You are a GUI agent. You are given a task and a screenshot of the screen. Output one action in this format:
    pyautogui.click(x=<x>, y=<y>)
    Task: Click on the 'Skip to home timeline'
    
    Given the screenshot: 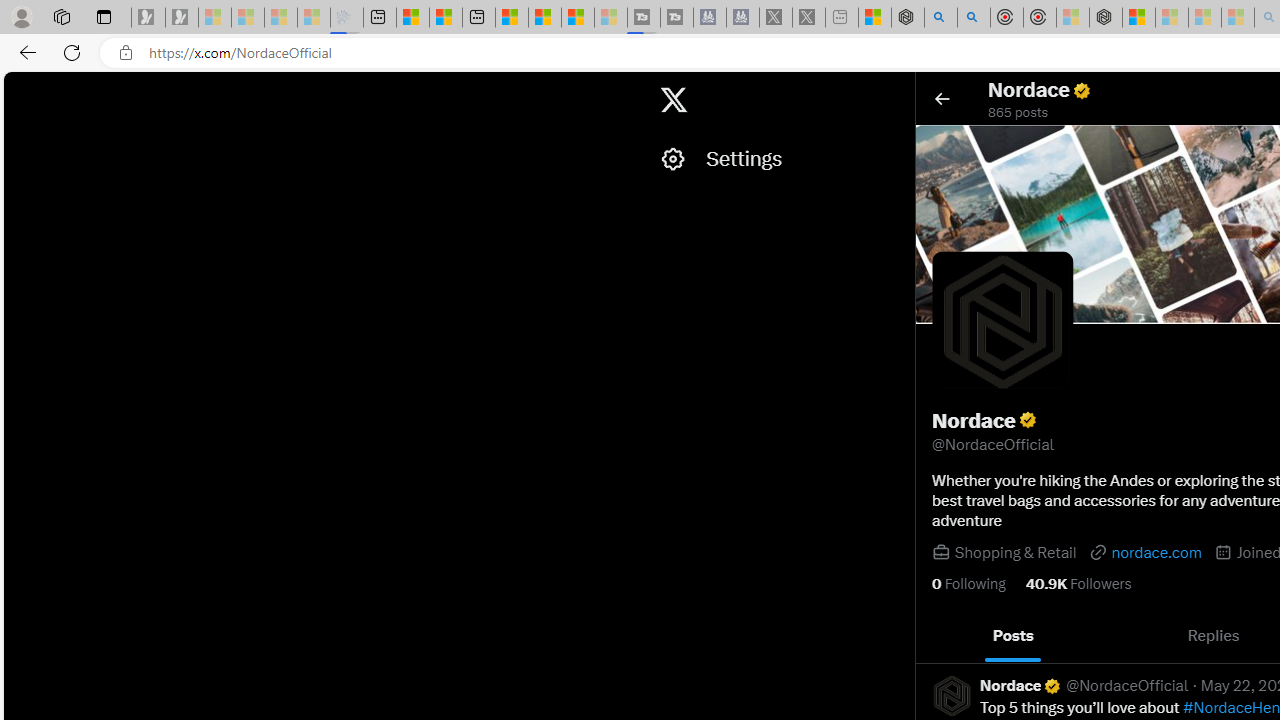 What is the action you would take?
    pyautogui.click(x=21, y=90)
    